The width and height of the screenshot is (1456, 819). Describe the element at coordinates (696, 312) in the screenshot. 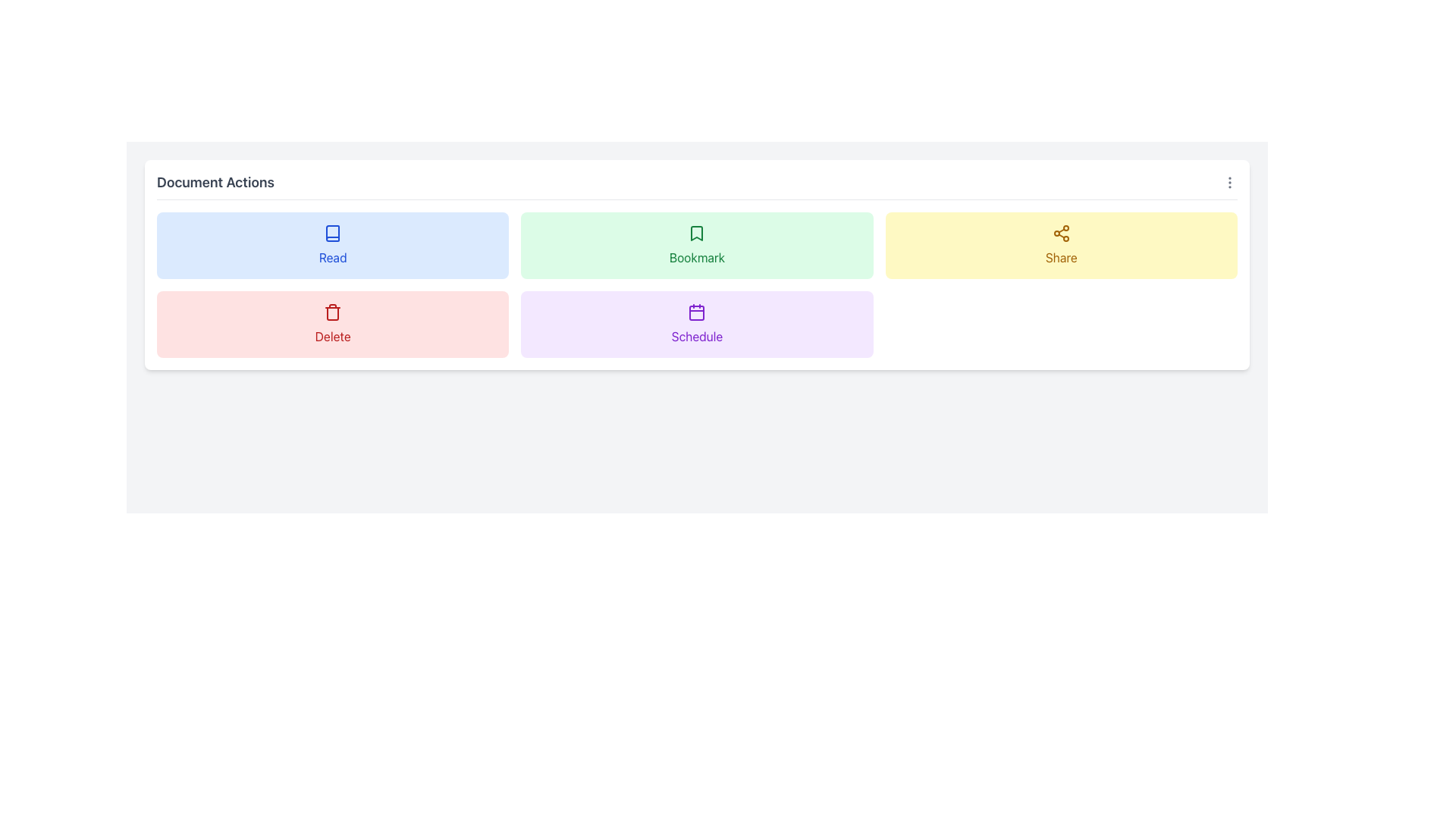

I see `the purple rounded rectangle element within the calendar icon located in the 'Schedule' section of the interface` at that location.